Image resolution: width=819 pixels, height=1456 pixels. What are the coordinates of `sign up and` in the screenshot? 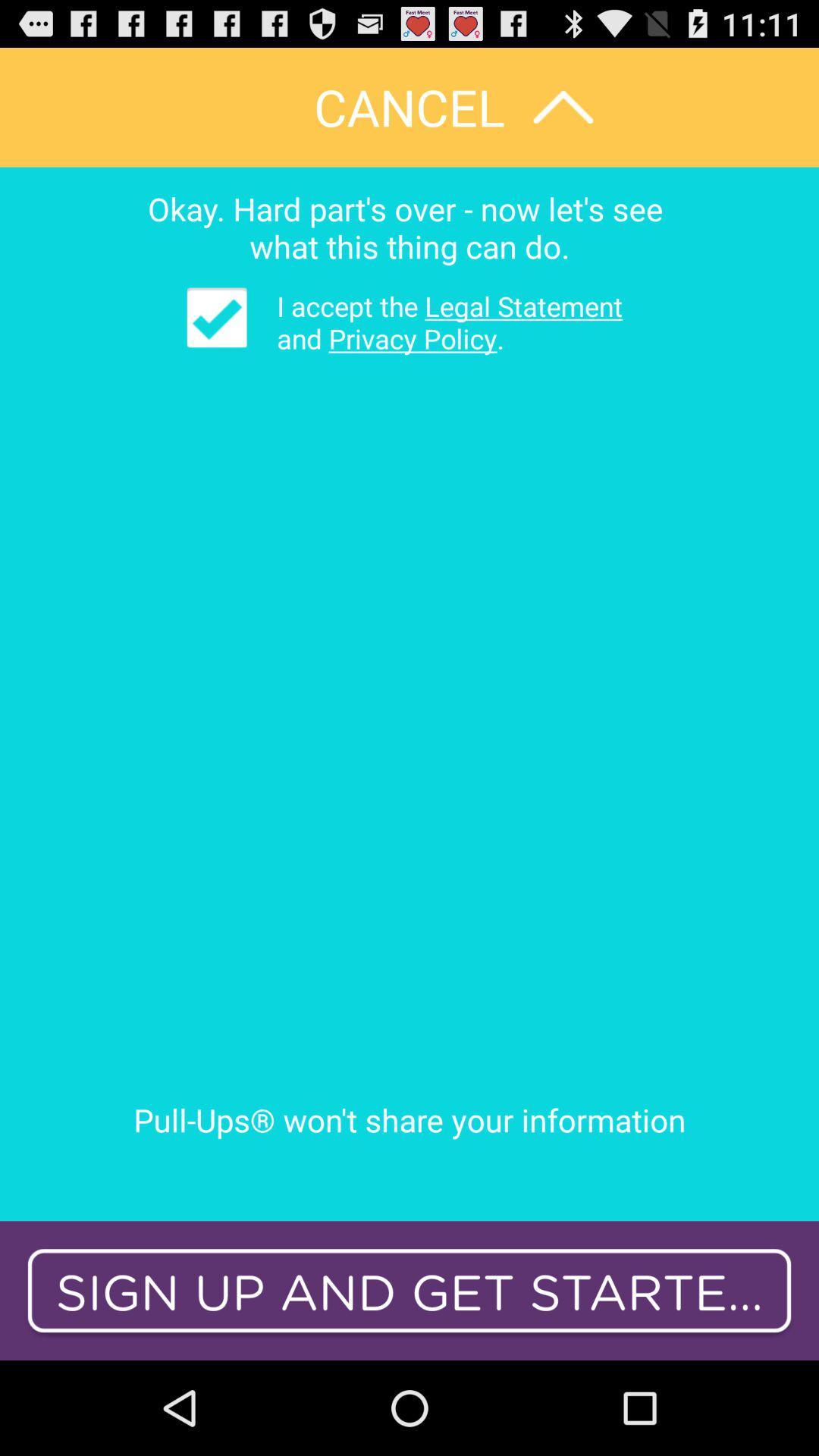 It's located at (409, 1290).